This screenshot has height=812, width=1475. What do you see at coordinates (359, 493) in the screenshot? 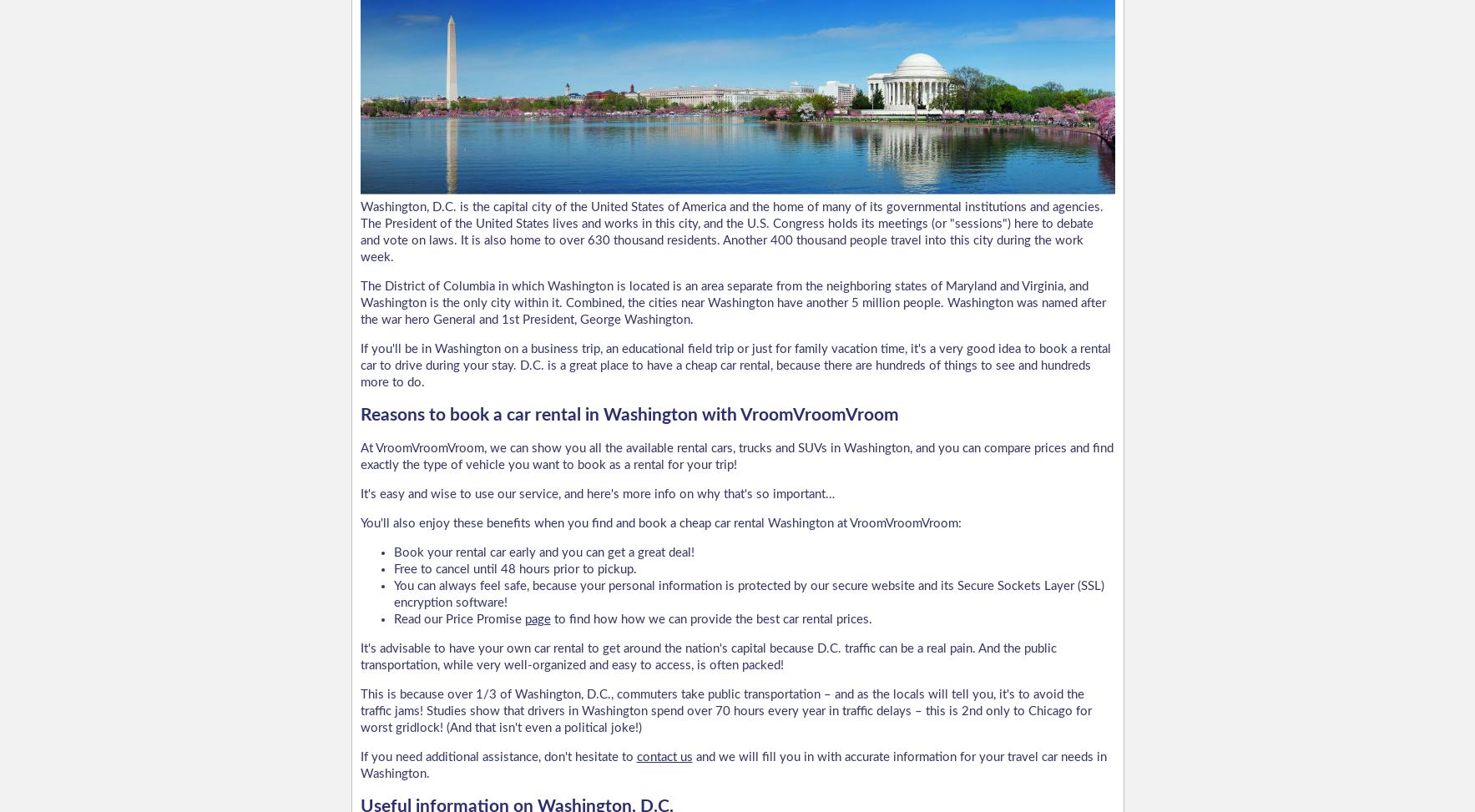
I see `'It's easy and wise to use our service, and here's more info on why that's so important…'` at bounding box center [359, 493].